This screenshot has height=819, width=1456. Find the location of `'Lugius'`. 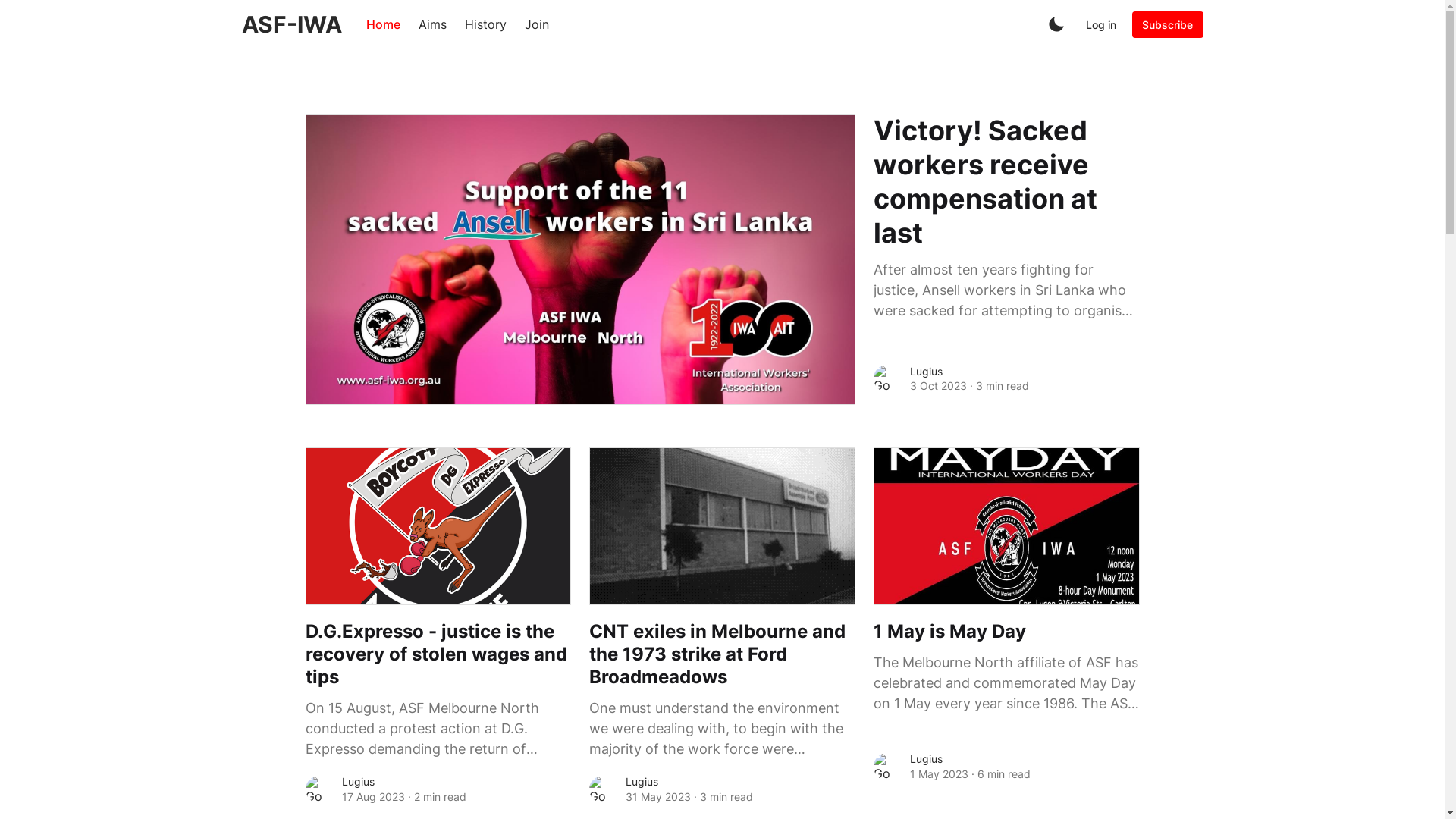

'Lugius' is located at coordinates (356, 781).